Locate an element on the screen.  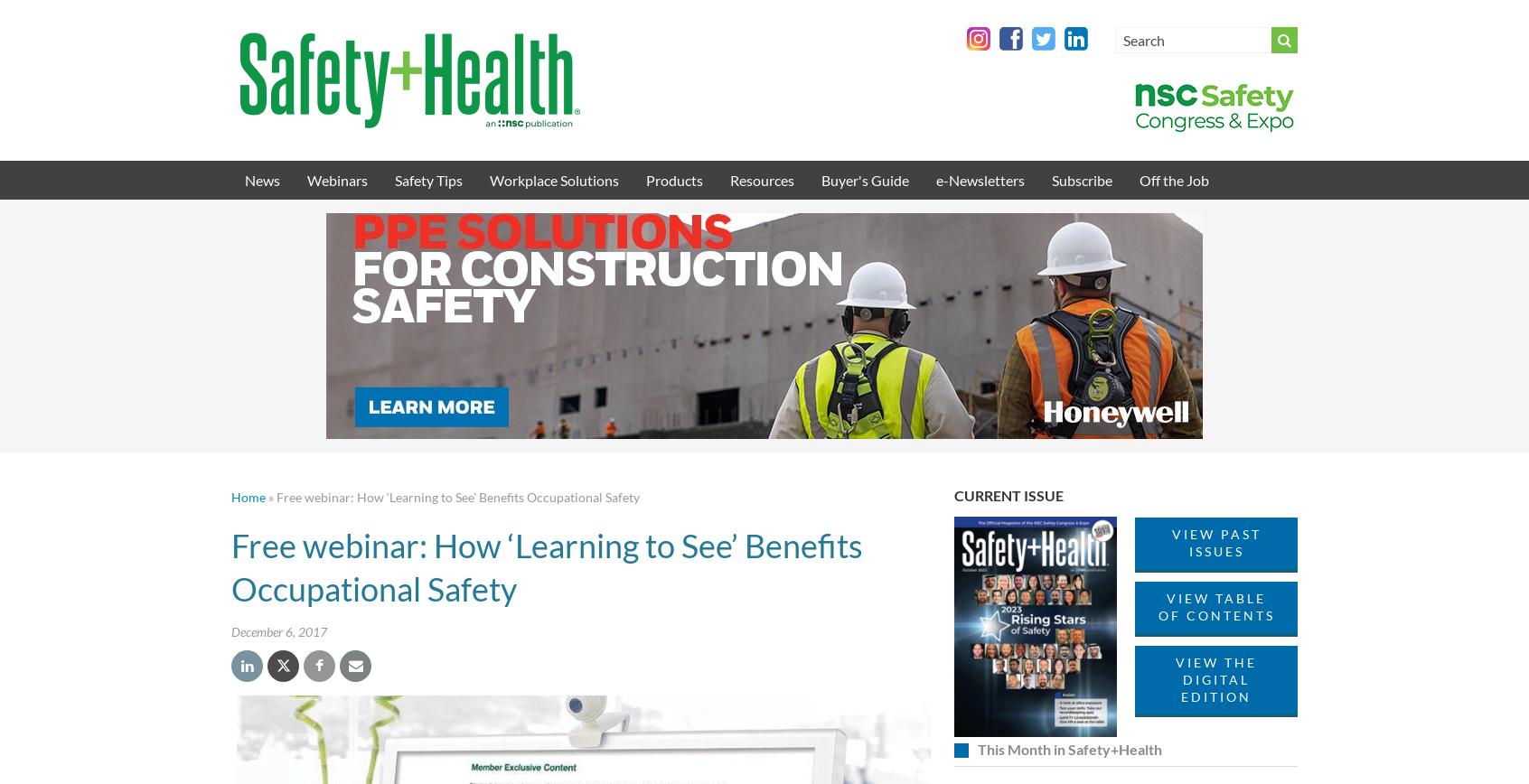
'» Free webinar: How ‘Learning to See’ Benefits Occupational Safety' is located at coordinates (453, 497).